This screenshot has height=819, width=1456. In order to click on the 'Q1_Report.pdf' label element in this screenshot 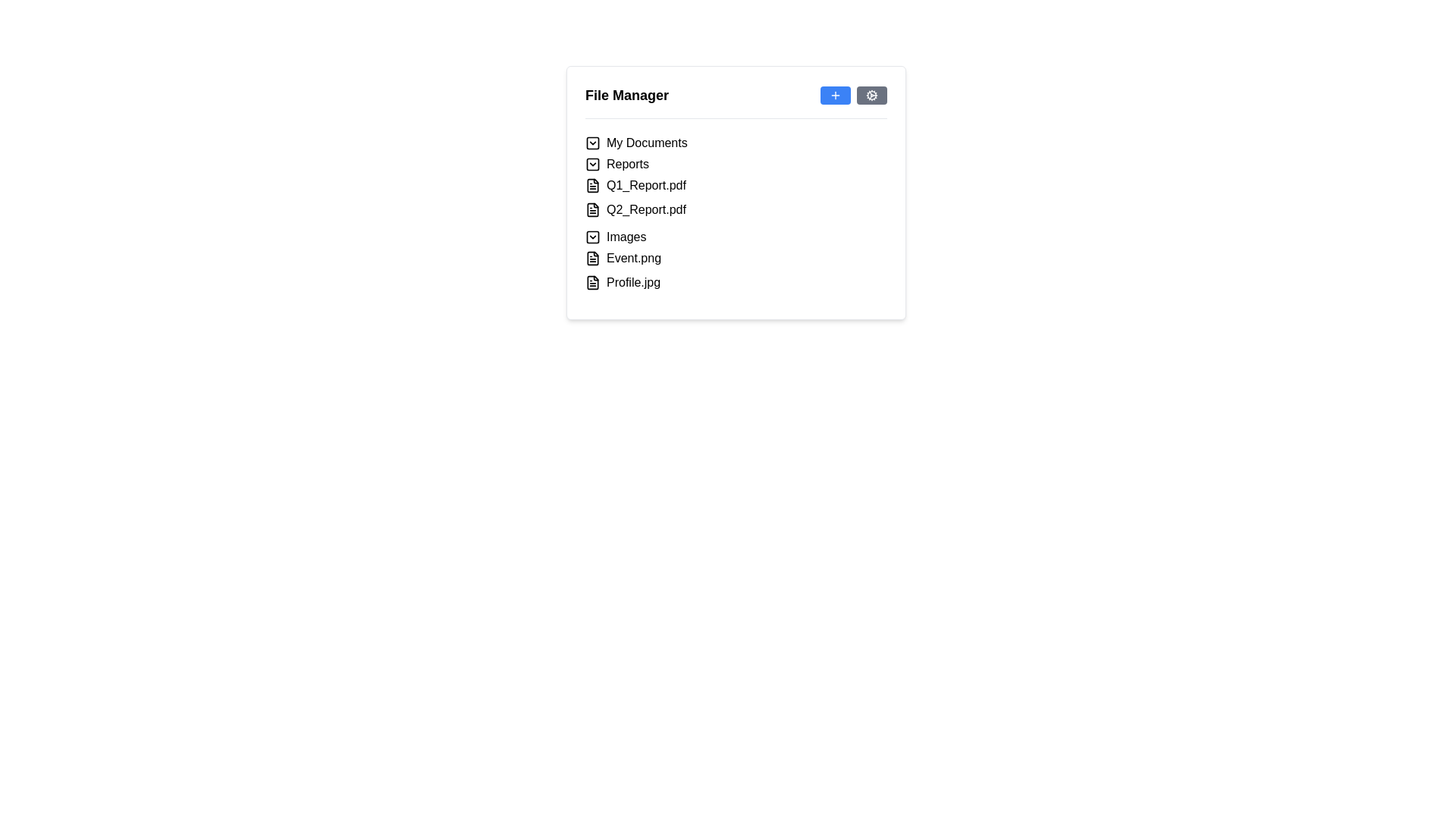, I will do `click(646, 185)`.